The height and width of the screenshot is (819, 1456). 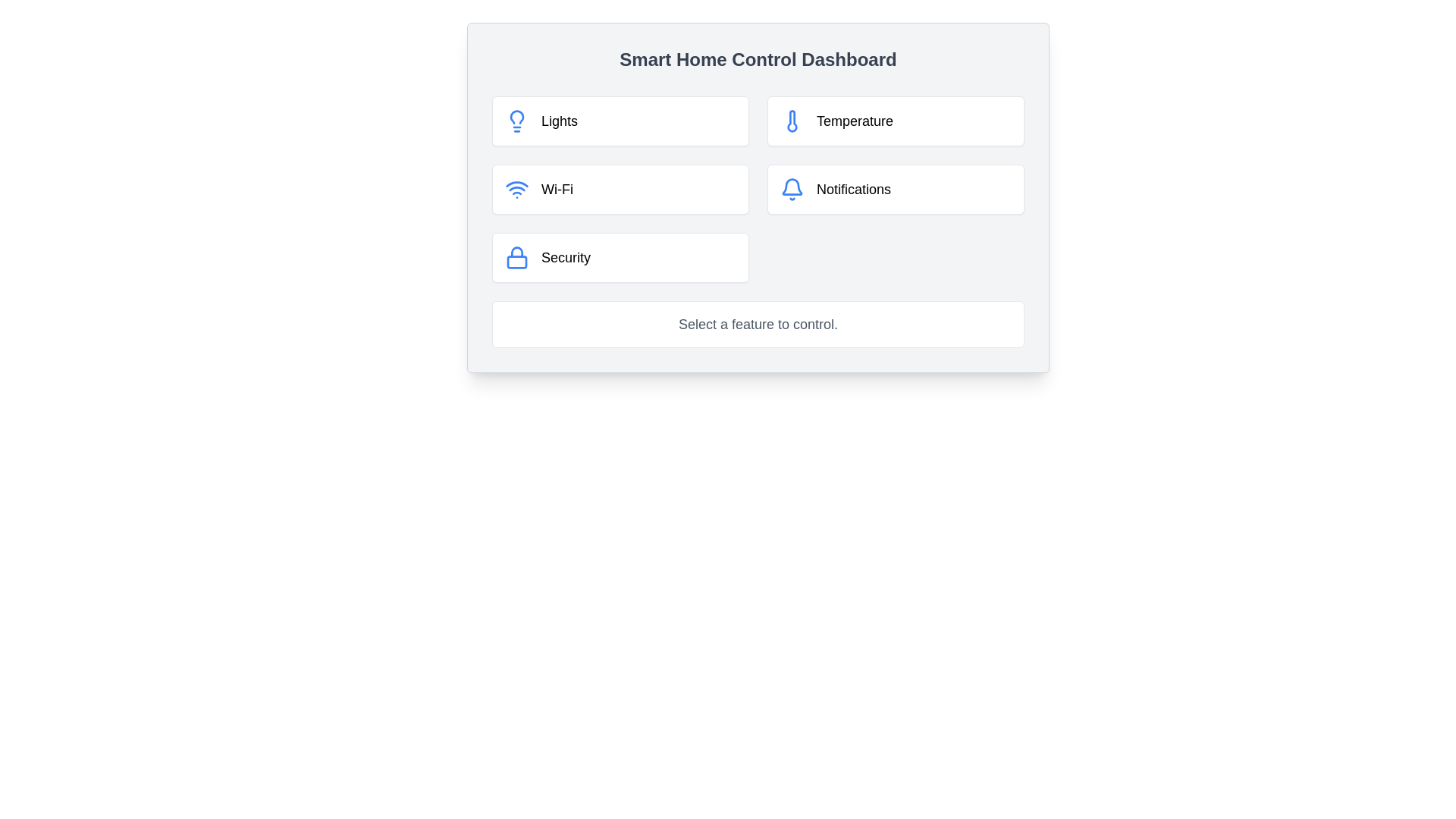 What do you see at coordinates (896, 120) in the screenshot?
I see `the temperature control button located on the right side of the grid layout, in the first row, second column` at bounding box center [896, 120].